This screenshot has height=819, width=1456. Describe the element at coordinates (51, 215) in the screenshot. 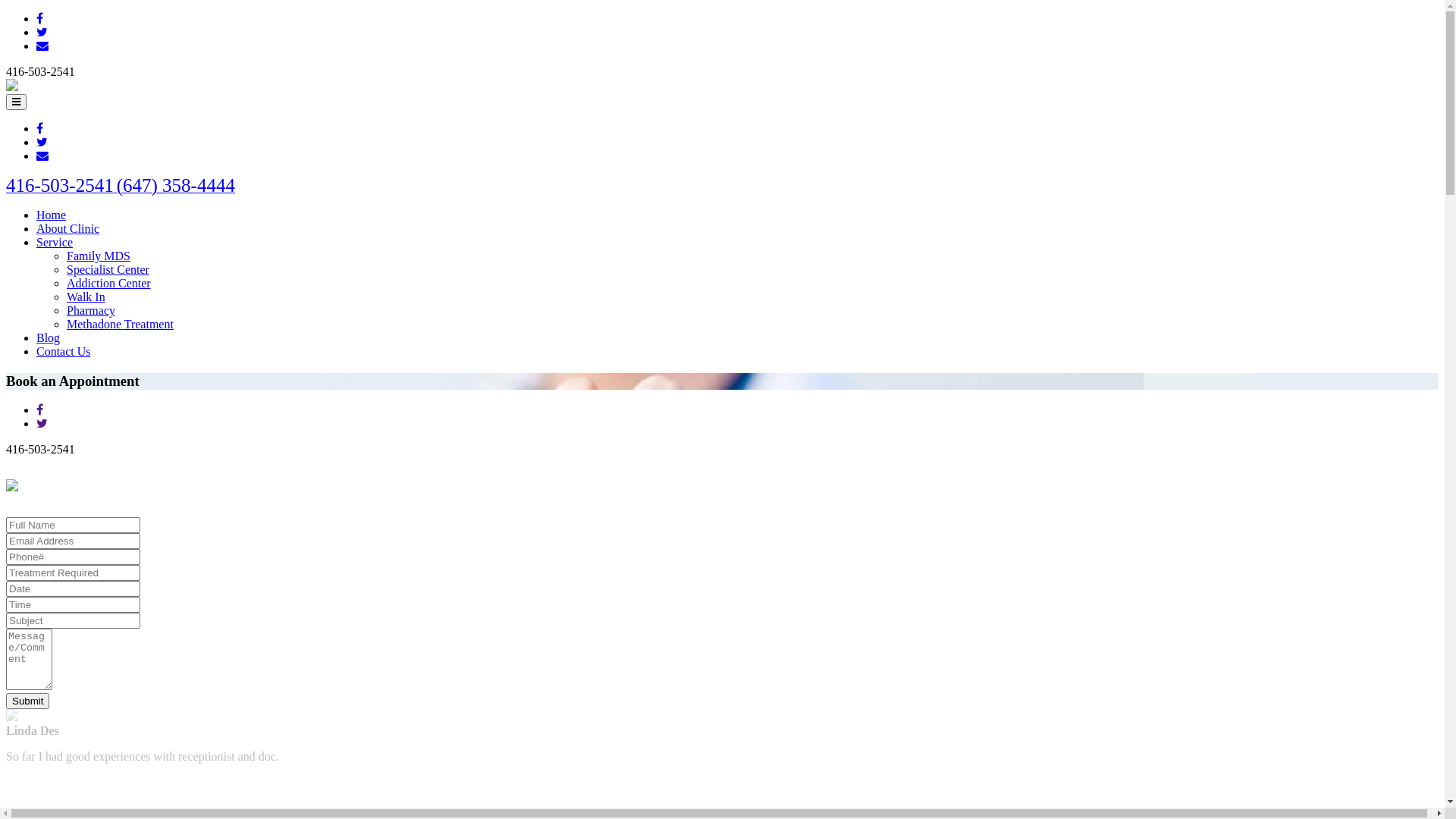

I see `'Home'` at that location.